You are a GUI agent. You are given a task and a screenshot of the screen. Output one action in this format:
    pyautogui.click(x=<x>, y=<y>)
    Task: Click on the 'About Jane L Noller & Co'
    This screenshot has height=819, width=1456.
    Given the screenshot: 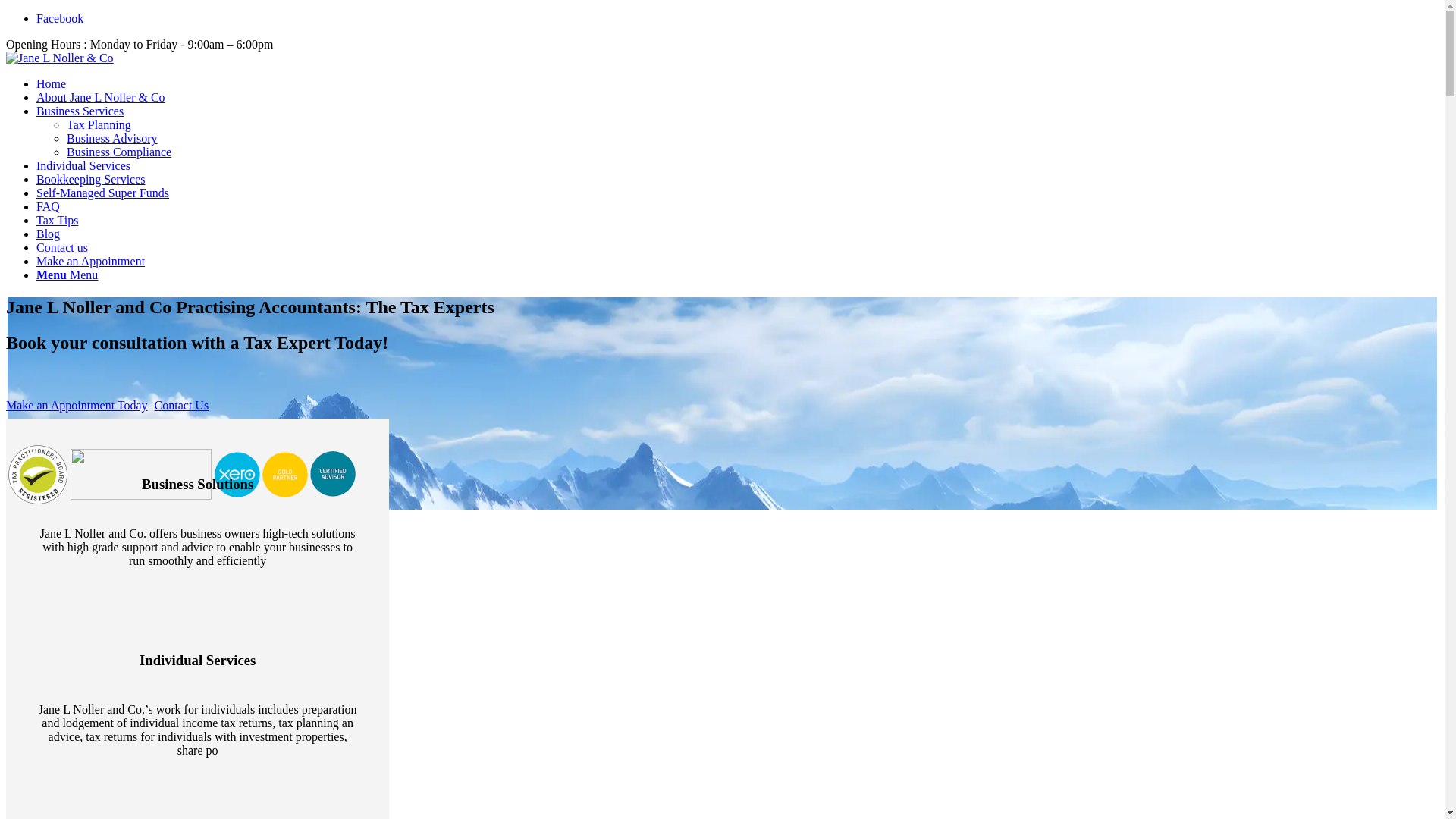 What is the action you would take?
    pyautogui.click(x=100, y=97)
    